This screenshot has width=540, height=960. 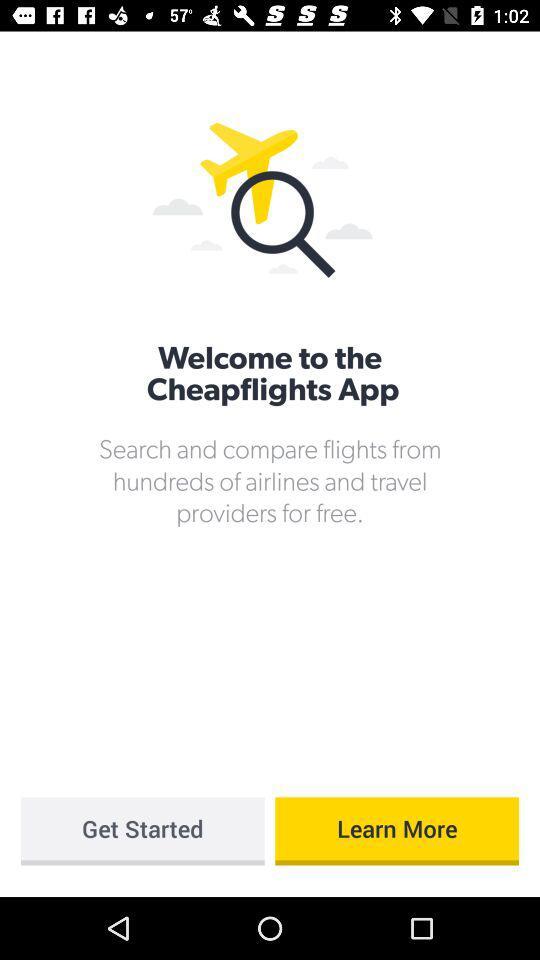 I want to click on icon below the search and compare, so click(x=397, y=831).